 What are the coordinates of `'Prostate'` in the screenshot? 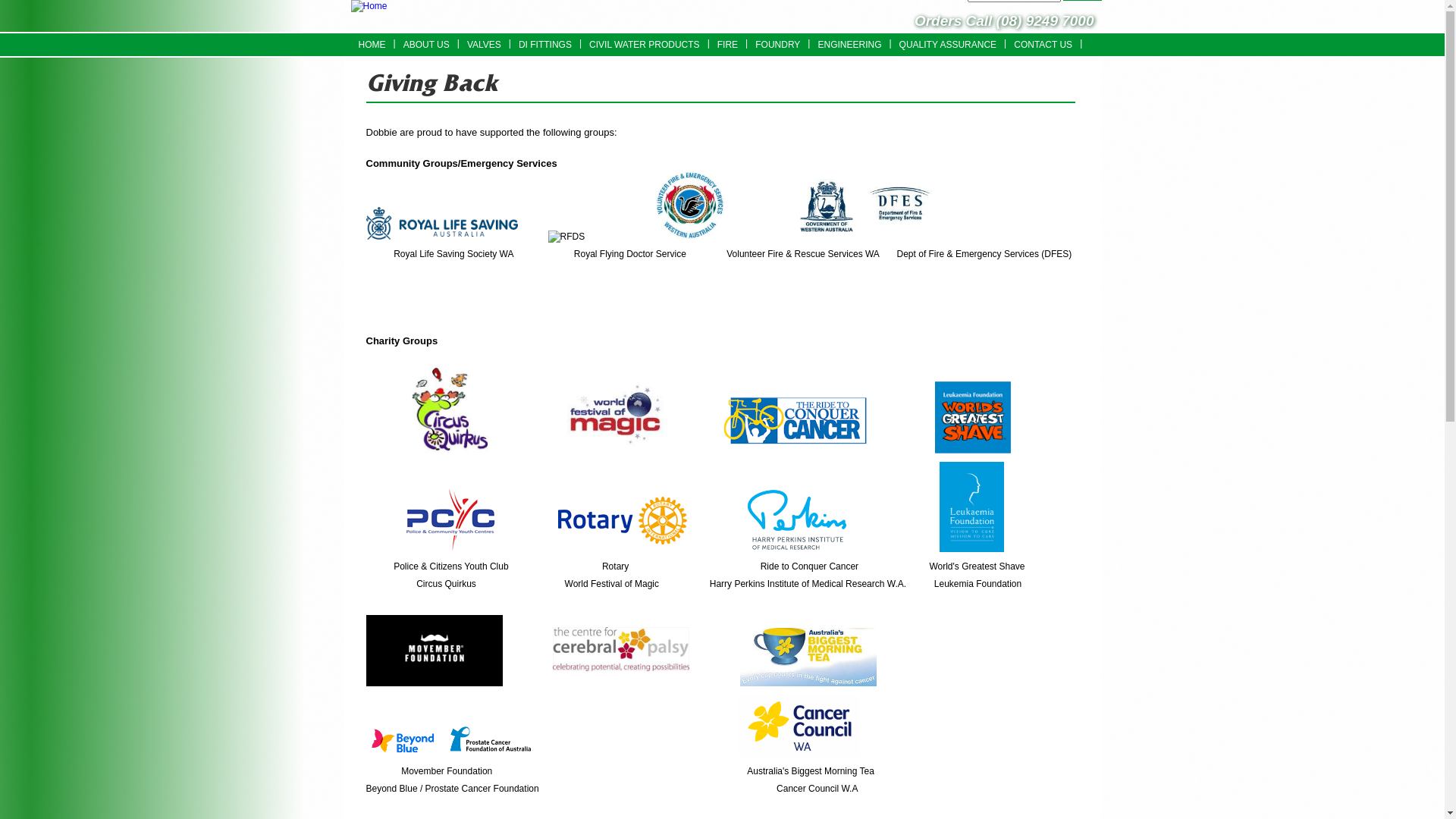 It's located at (437, 739).